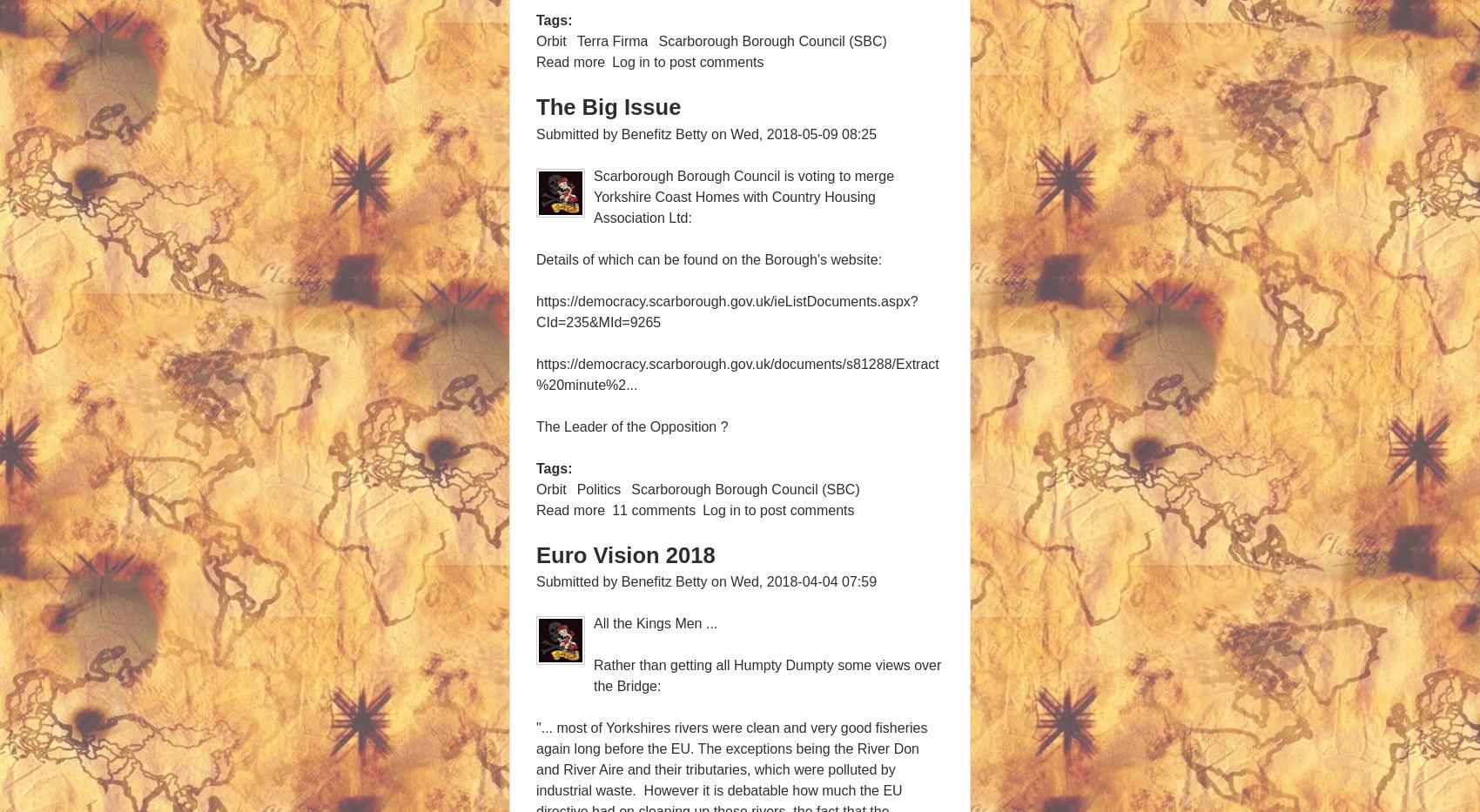 Image resolution: width=1480 pixels, height=812 pixels. What do you see at coordinates (729, 132) in the screenshot?
I see `'Wed, 2018-05-09 08:25'` at bounding box center [729, 132].